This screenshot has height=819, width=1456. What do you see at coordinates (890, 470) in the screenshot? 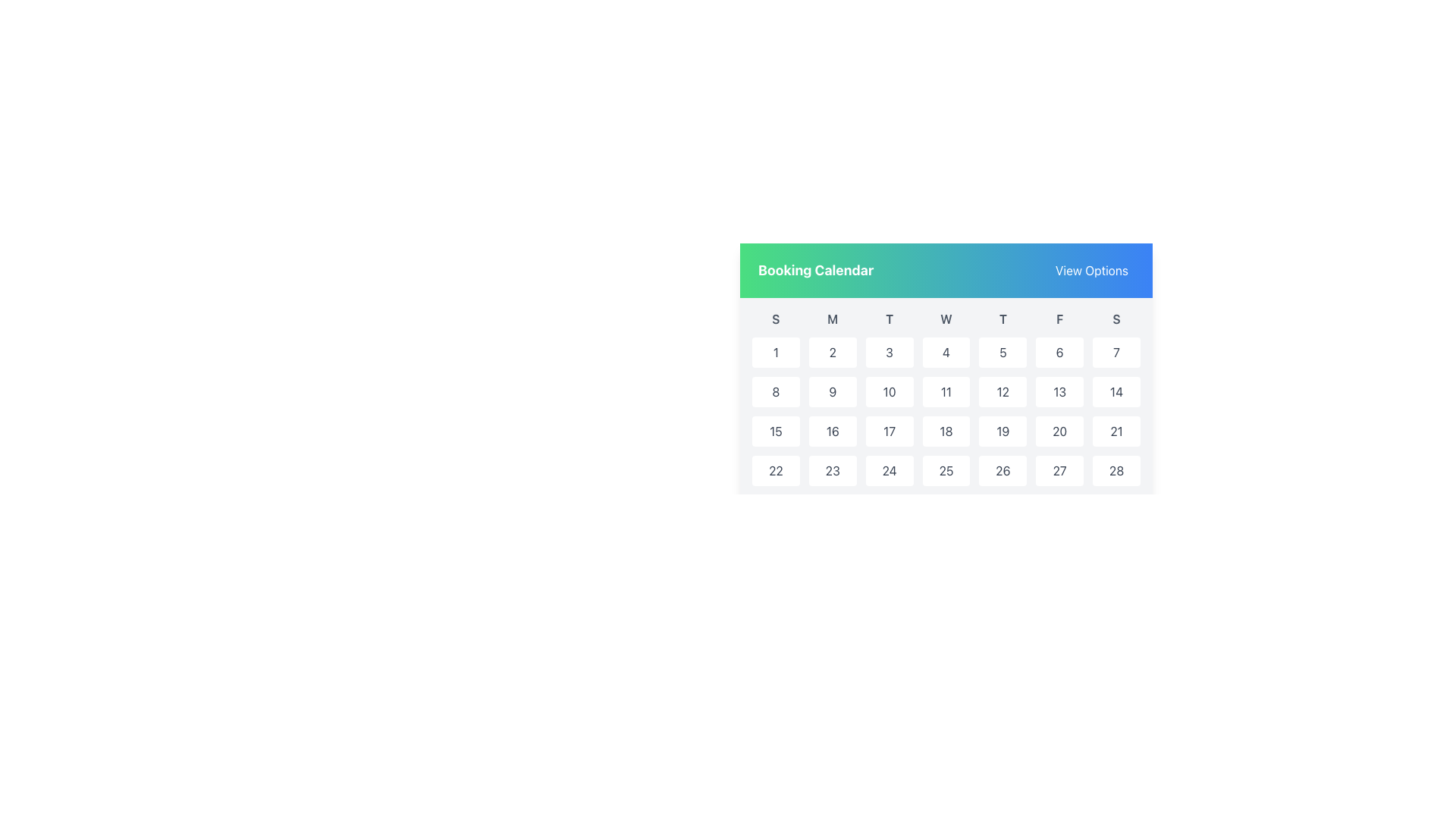
I see `the rounded rectangular button with a white background and the text '24'` at bounding box center [890, 470].